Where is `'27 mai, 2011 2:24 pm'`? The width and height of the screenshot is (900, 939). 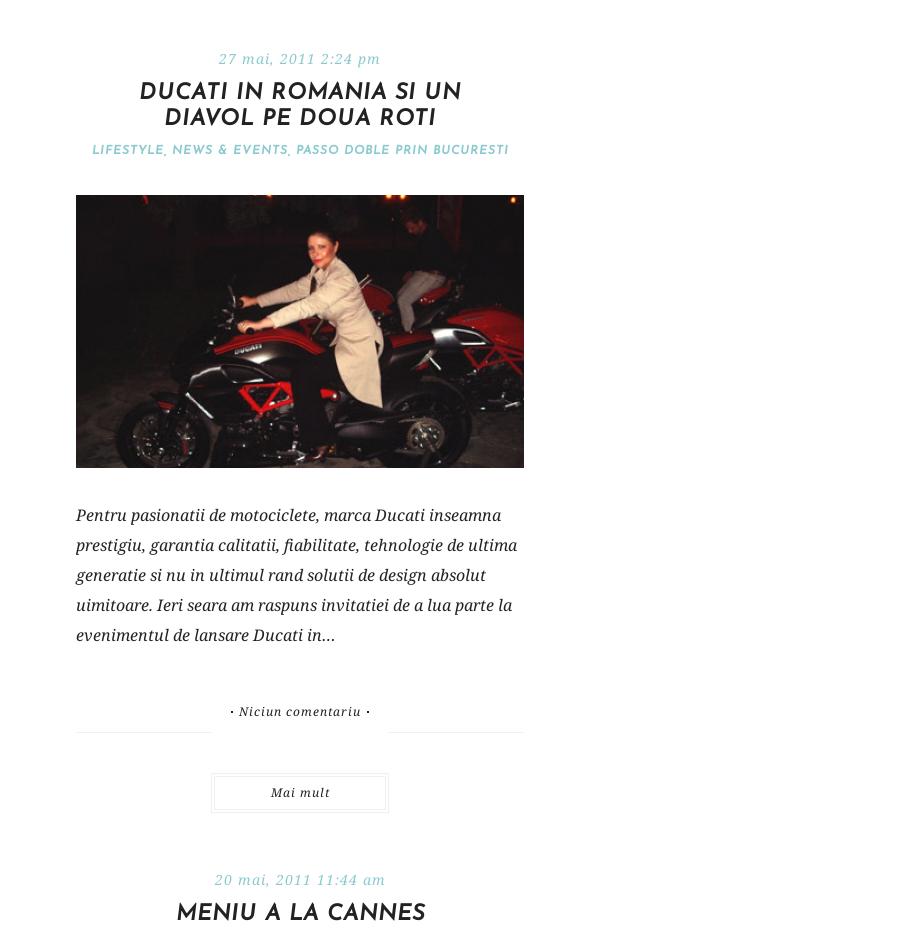
'27 mai, 2011 2:24 pm' is located at coordinates (298, 57).